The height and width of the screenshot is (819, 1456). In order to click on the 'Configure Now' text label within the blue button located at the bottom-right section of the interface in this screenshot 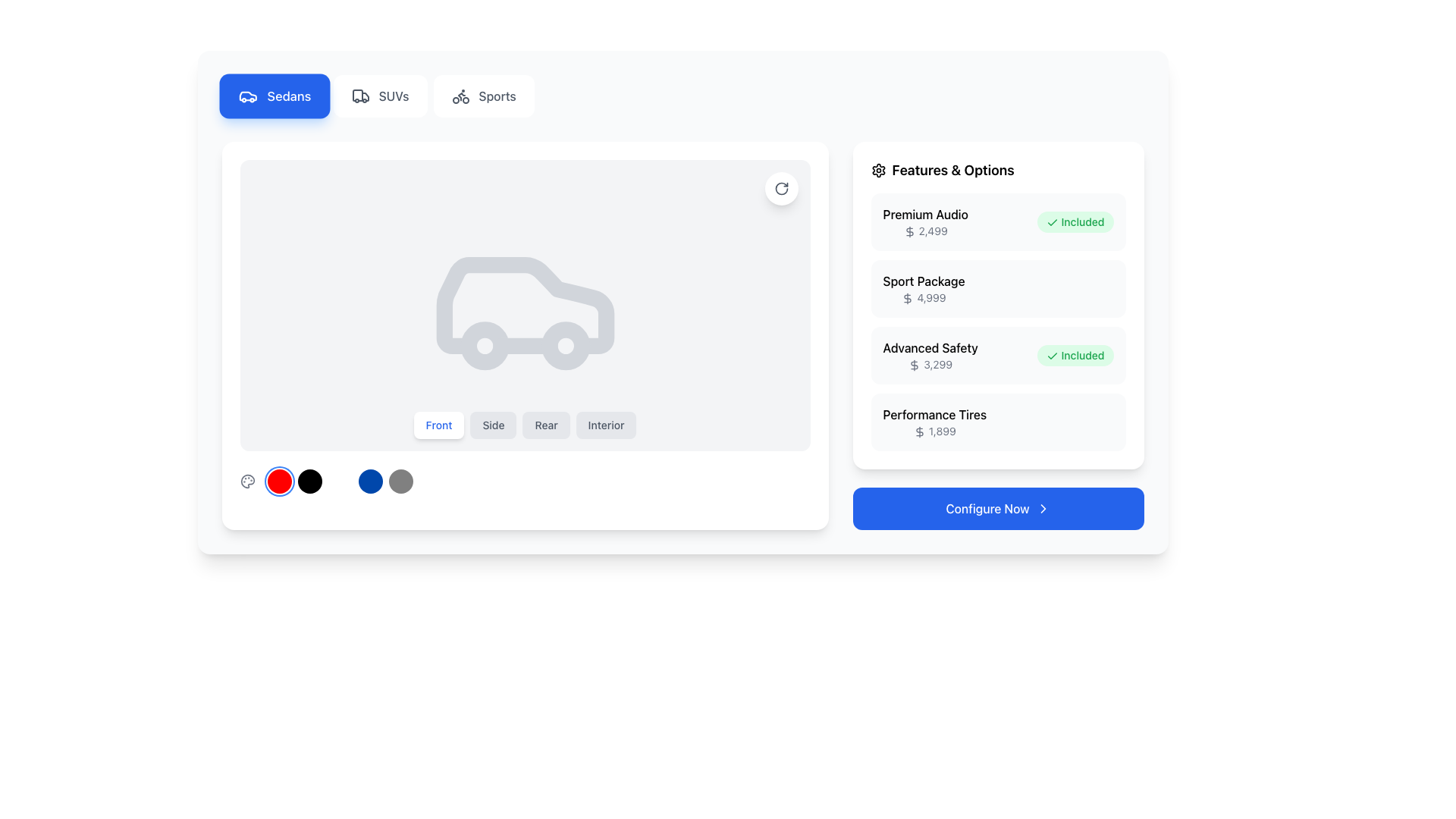, I will do `click(987, 509)`.